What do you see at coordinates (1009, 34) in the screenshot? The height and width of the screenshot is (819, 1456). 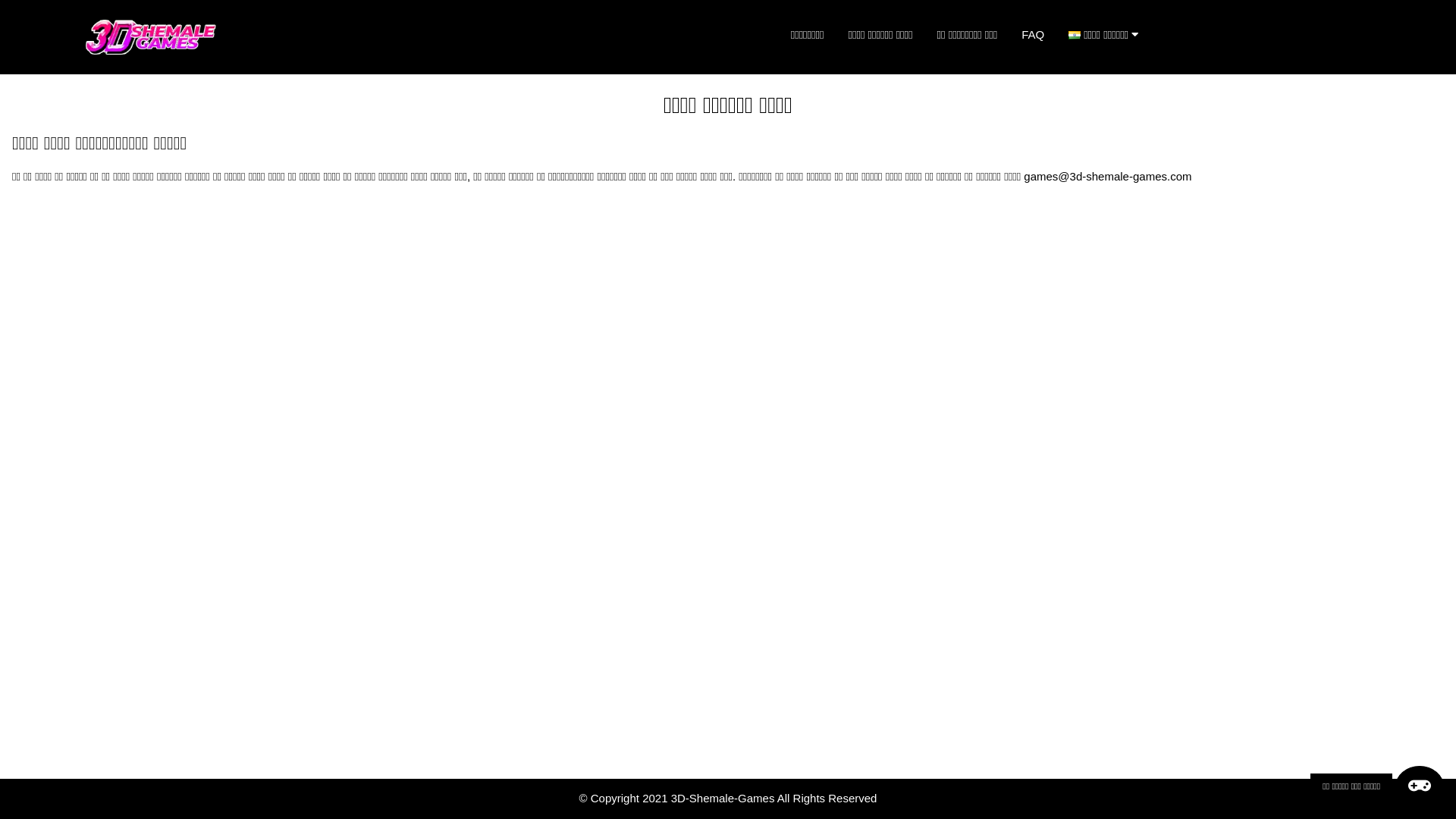 I see `'FAQ'` at bounding box center [1009, 34].